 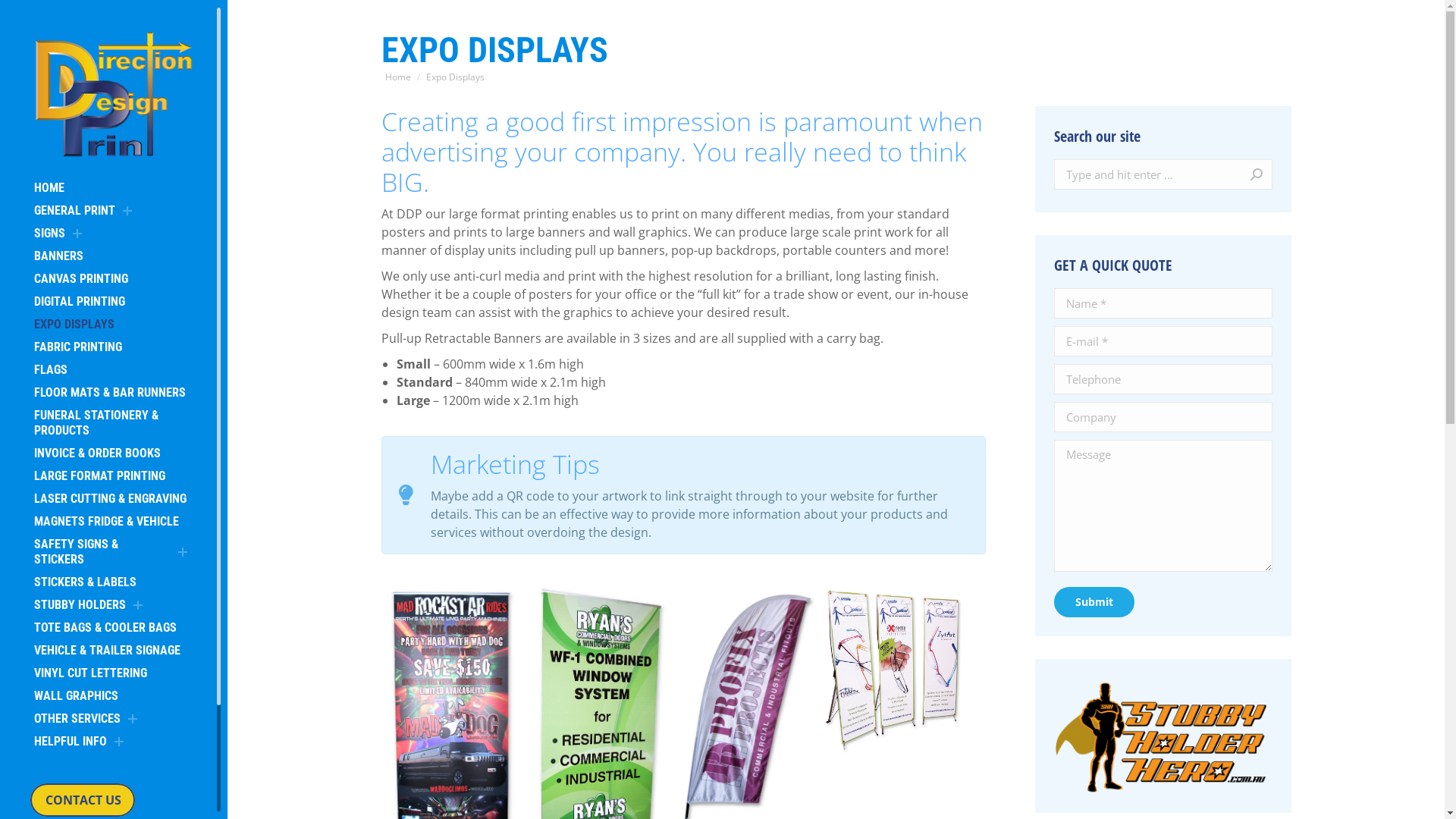 What do you see at coordinates (79, 301) in the screenshot?
I see `'DIGITAL PRINTING'` at bounding box center [79, 301].